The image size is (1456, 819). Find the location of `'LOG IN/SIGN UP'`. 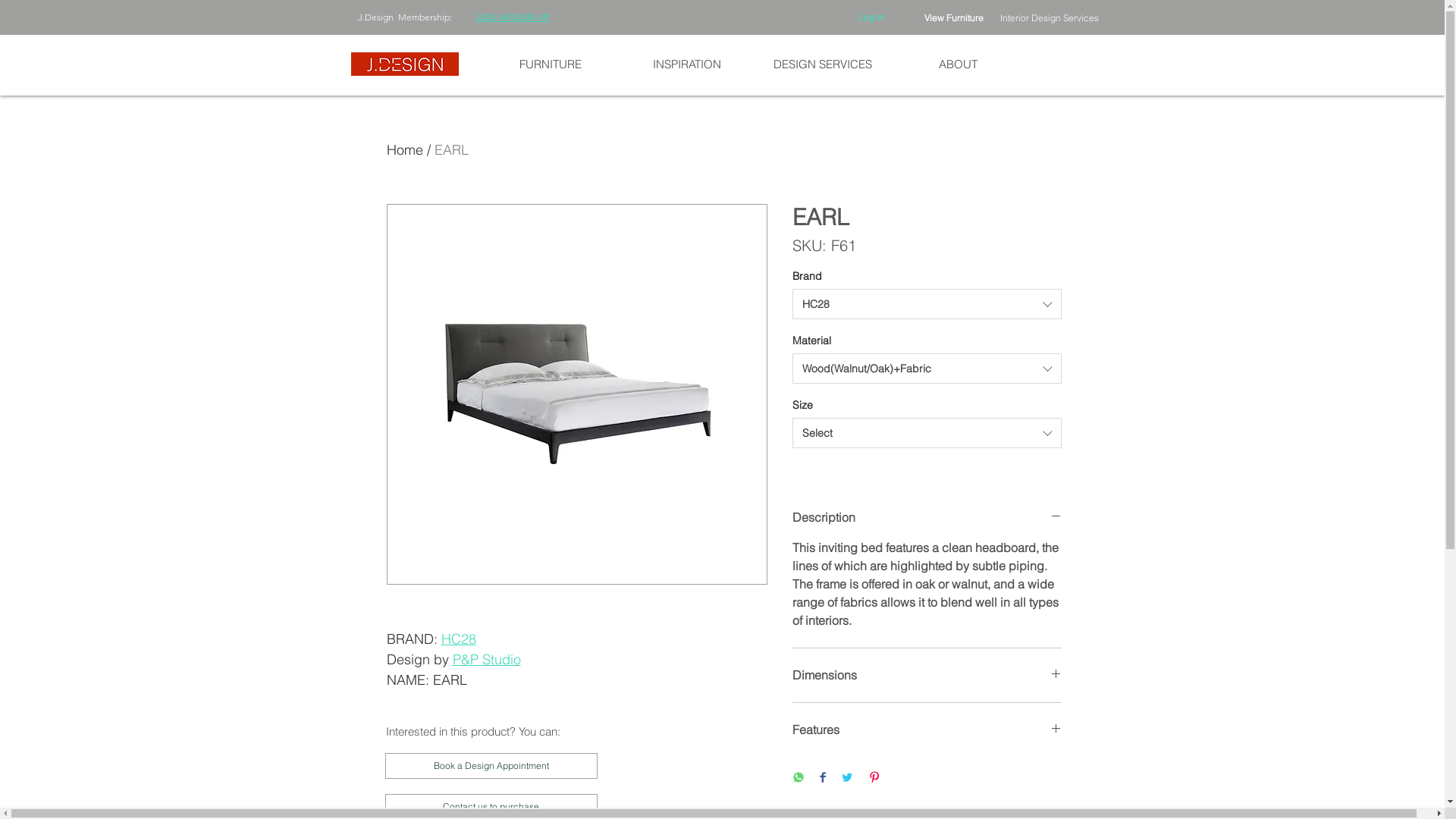

'LOG IN/SIGN UP' is located at coordinates (475, 17).